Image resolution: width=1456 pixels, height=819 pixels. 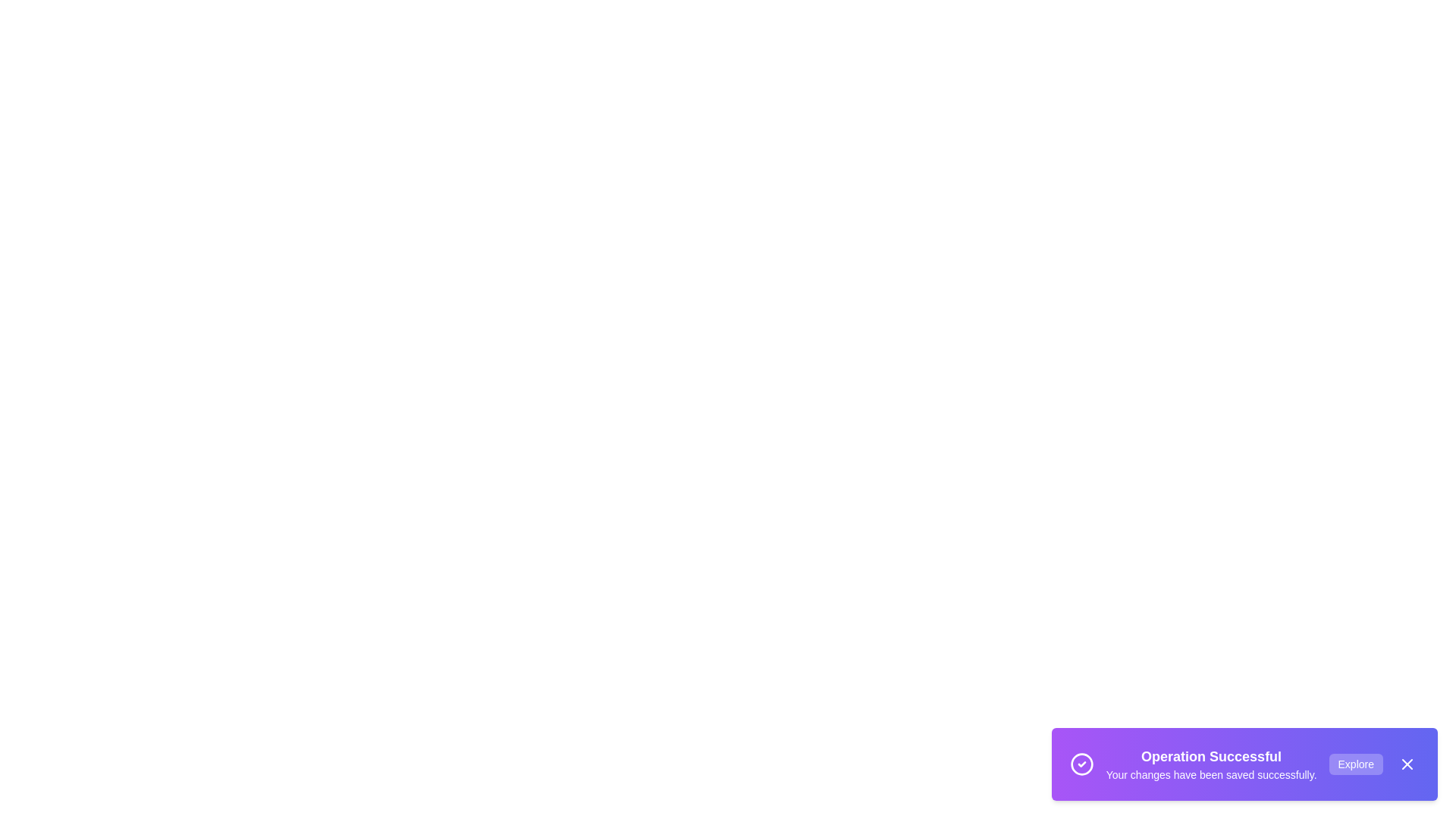 What do you see at coordinates (1407, 764) in the screenshot?
I see `the close button to dismiss the snackbar` at bounding box center [1407, 764].